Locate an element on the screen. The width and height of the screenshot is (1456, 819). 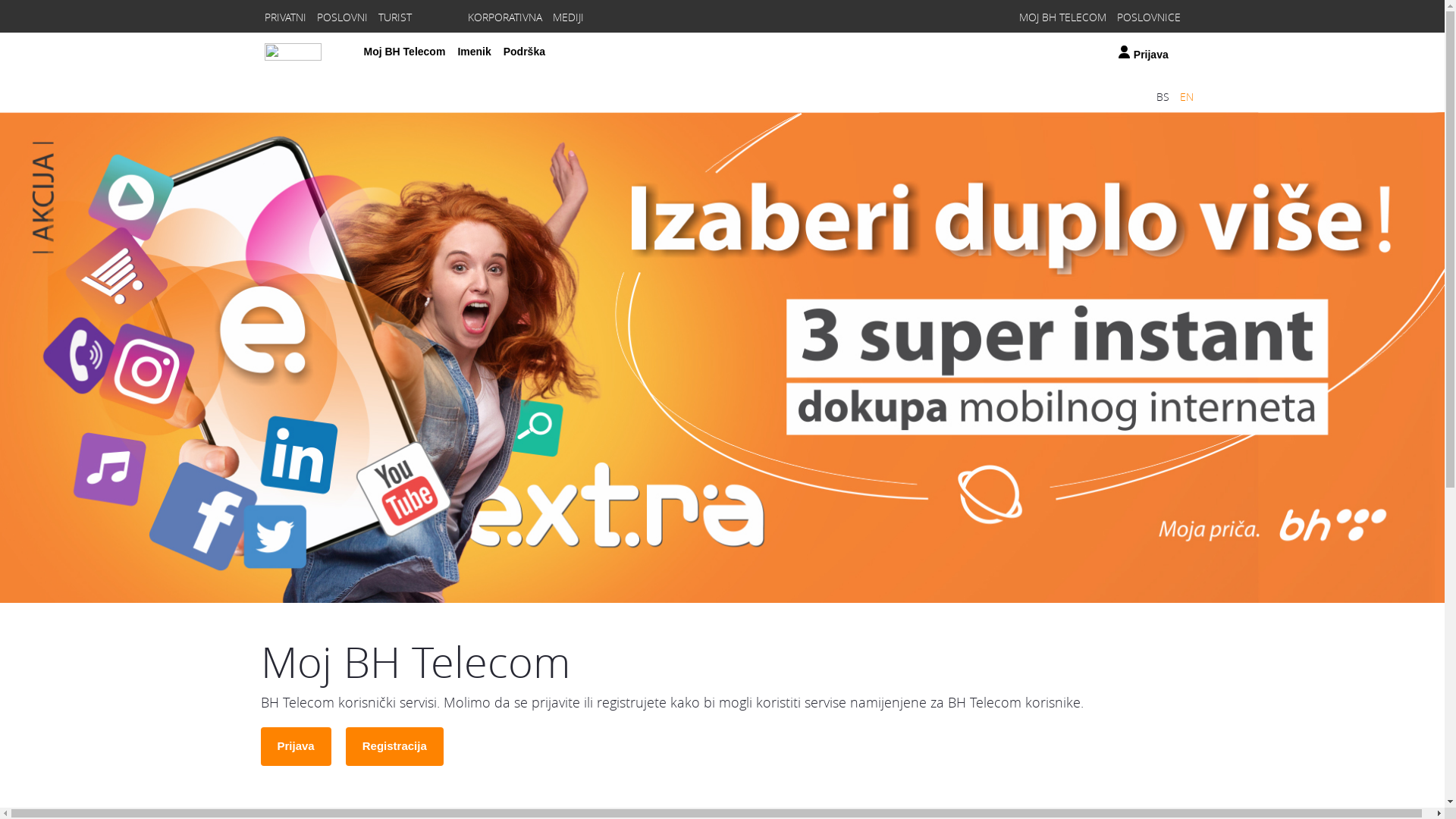
'POSLOVNICE' is located at coordinates (1147, 17).